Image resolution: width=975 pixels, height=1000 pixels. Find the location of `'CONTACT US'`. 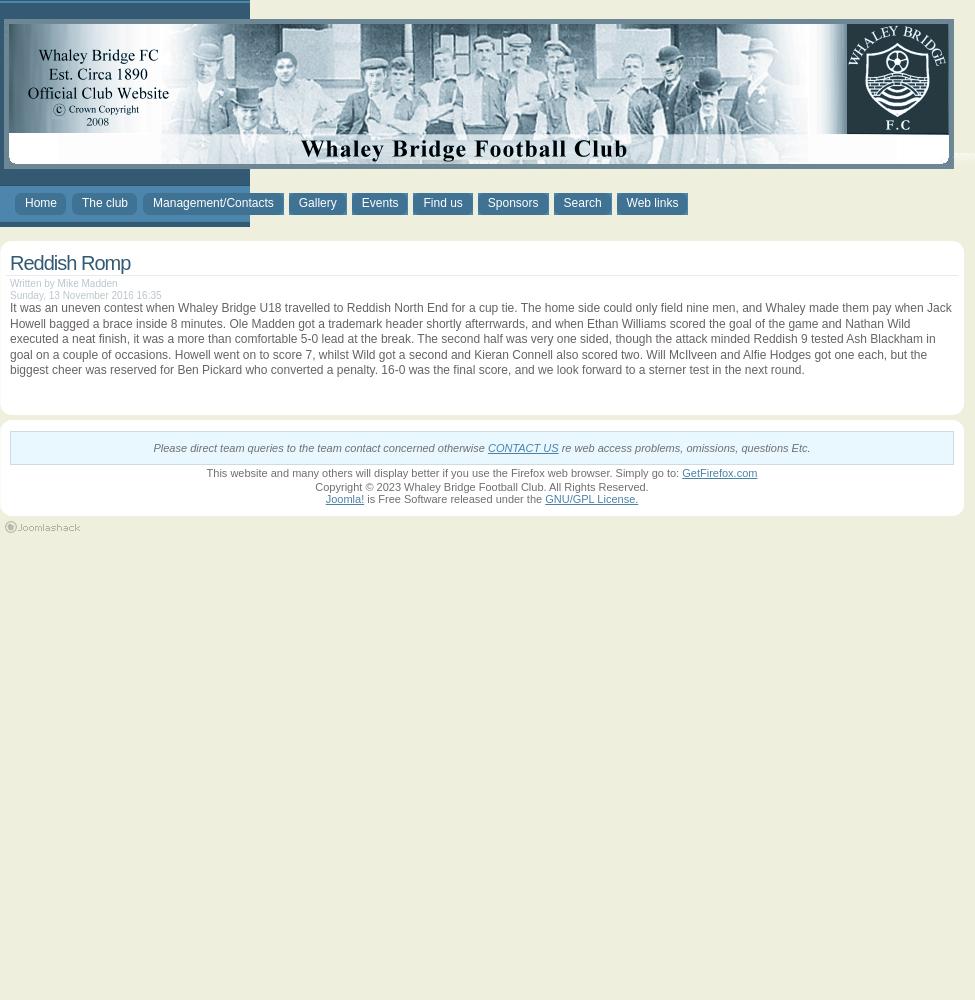

'CONTACT US' is located at coordinates (487, 447).